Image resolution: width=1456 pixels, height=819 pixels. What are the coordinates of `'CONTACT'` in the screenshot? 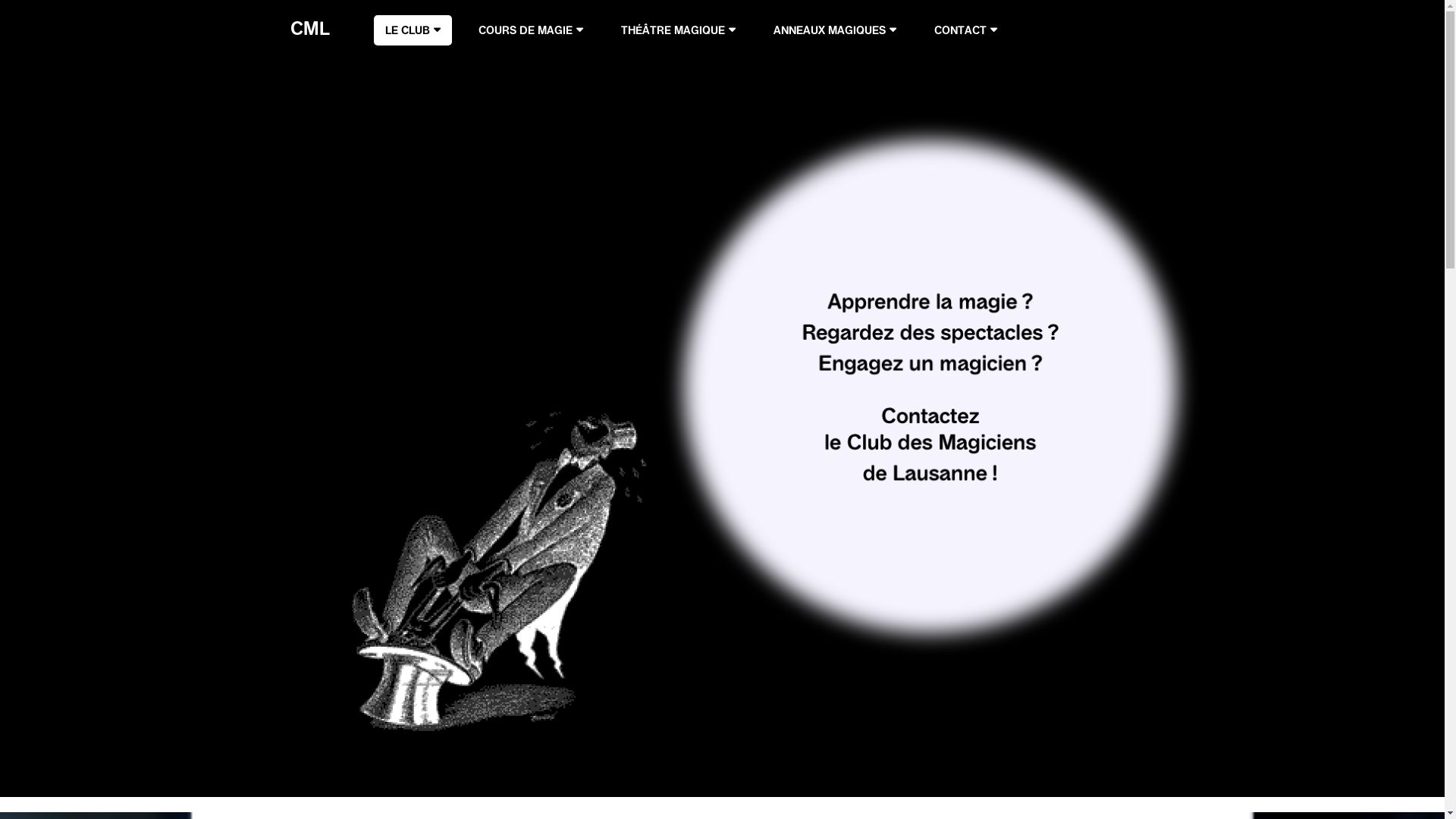 It's located at (964, 30).